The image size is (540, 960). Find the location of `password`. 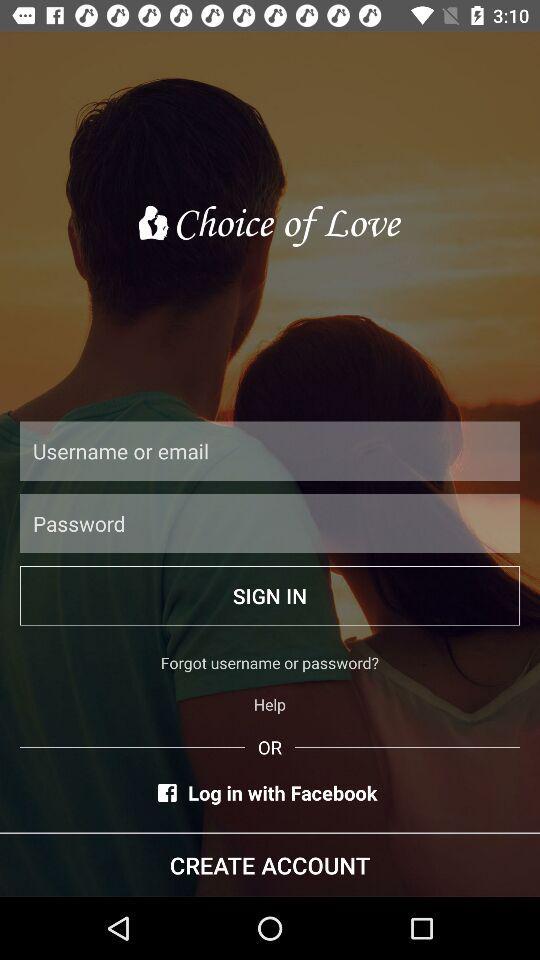

password is located at coordinates (270, 522).